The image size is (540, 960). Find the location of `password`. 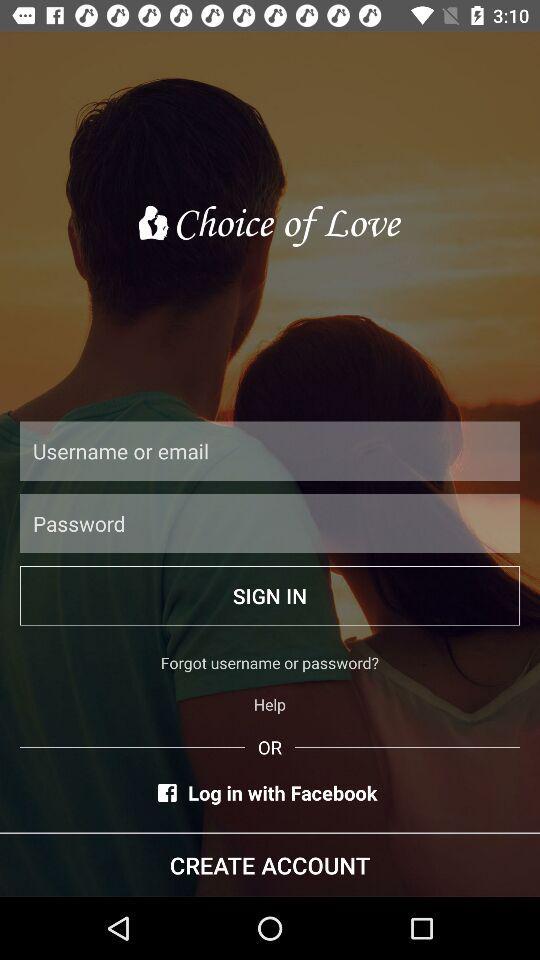

password is located at coordinates (270, 522).